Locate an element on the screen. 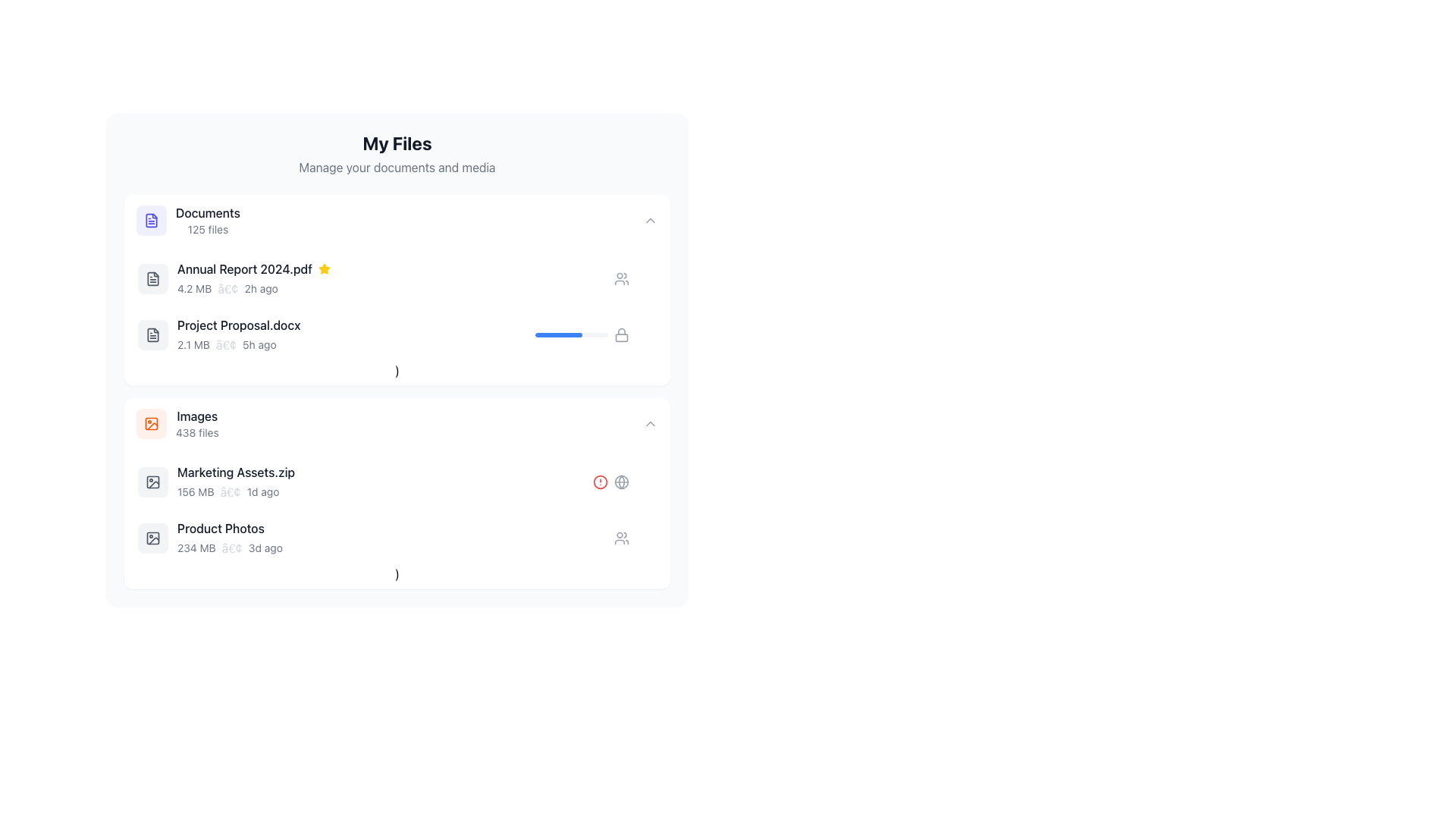 The image size is (1456, 819). the rectangular graphical element with rounded corners that serves as the background of the icon representing the 'Marketing Assets.zip' file entry is located at coordinates (152, 482).